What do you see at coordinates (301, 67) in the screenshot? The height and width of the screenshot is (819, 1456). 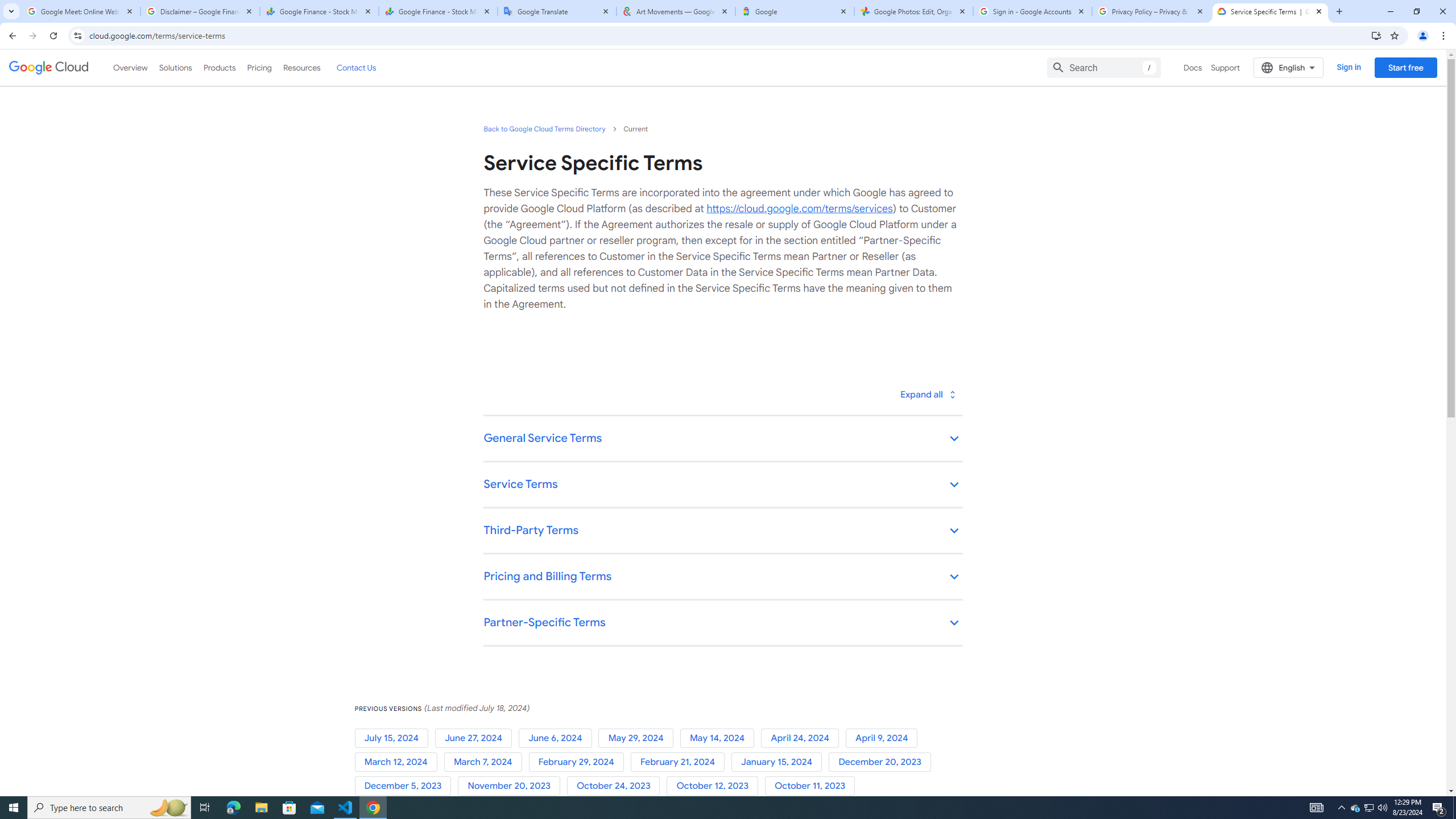 I see `'Resources'` at bounding box center [301, 67].